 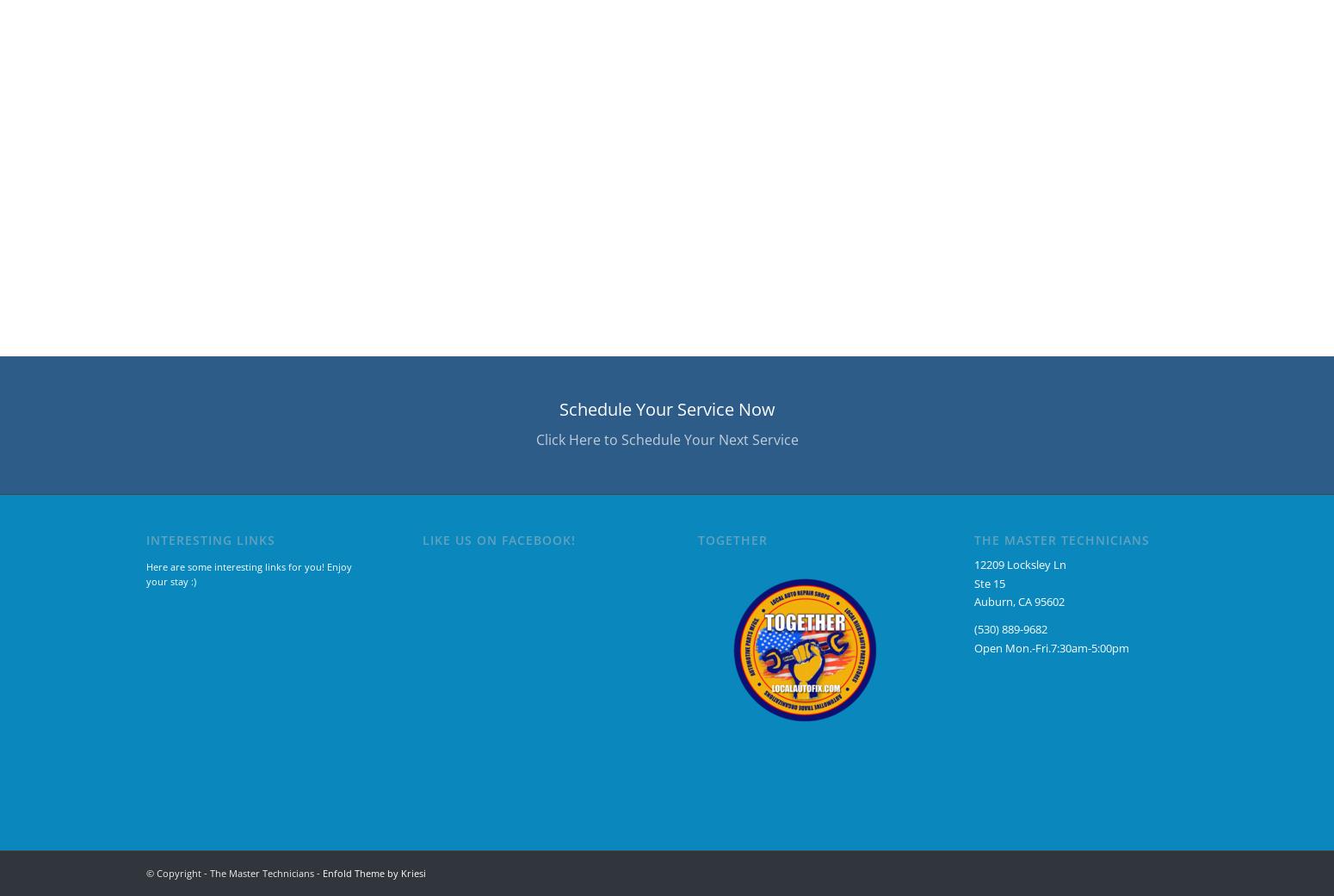 What do you see at coordinates (557, 407) in the screenshot?
I see `'Schedule Your Service Now'` at bounding box center [557, 407].